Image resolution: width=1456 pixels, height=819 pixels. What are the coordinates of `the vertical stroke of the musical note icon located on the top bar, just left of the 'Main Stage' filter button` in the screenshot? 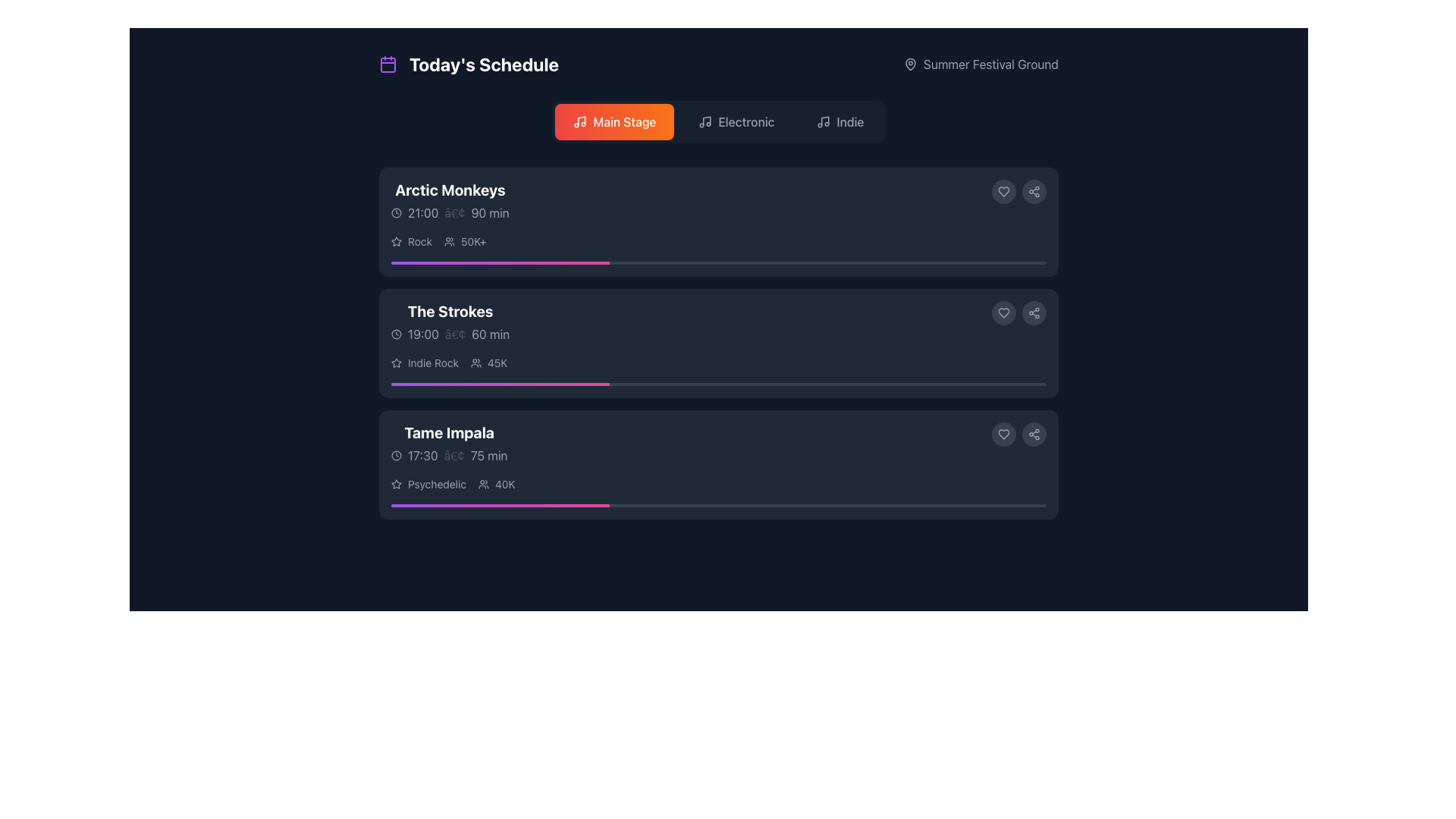 It's located at (581, 120).